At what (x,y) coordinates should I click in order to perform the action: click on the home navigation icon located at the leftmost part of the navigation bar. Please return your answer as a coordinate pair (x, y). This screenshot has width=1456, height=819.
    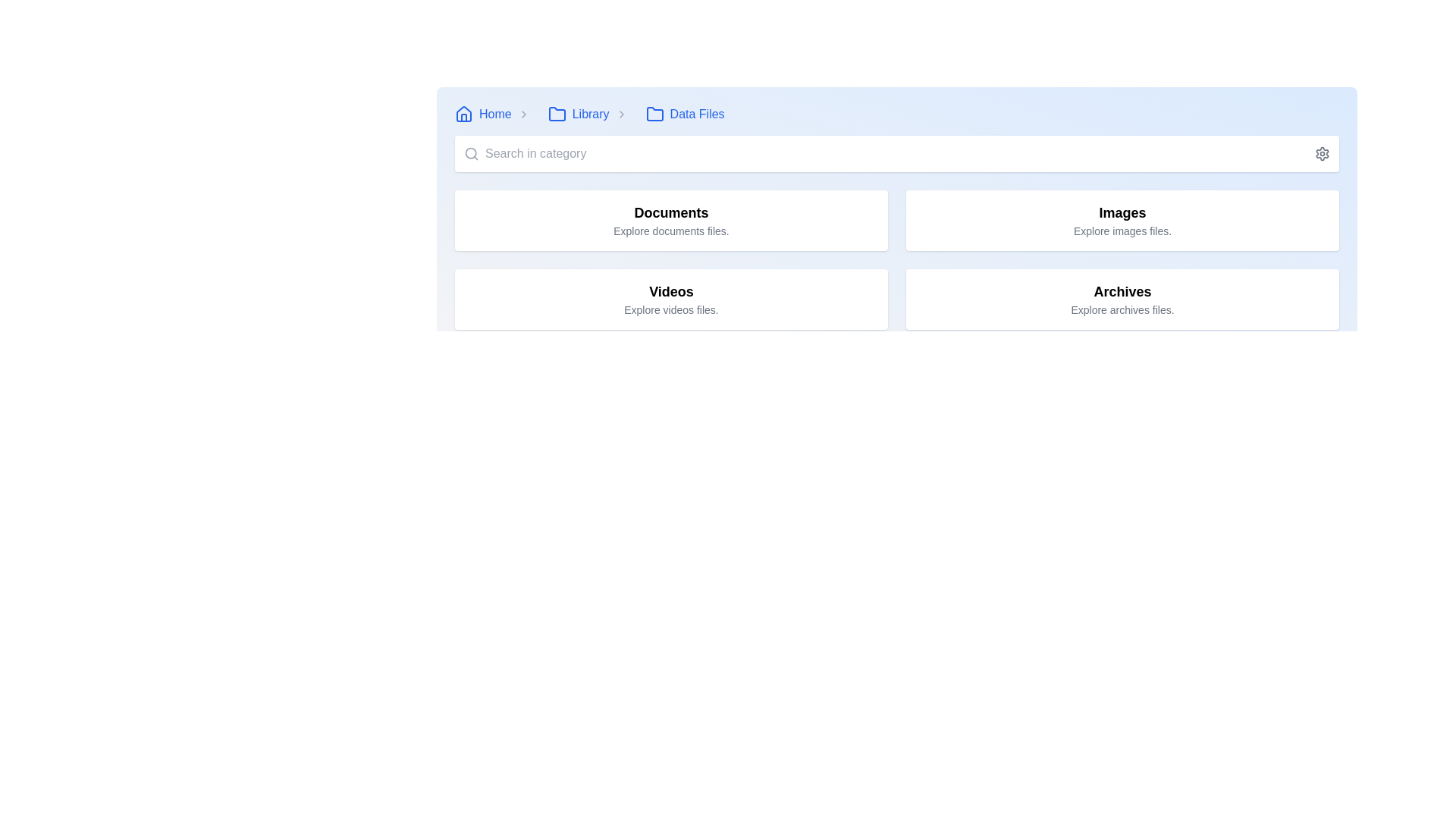
    Looking at the image, I should click on (463, 113).